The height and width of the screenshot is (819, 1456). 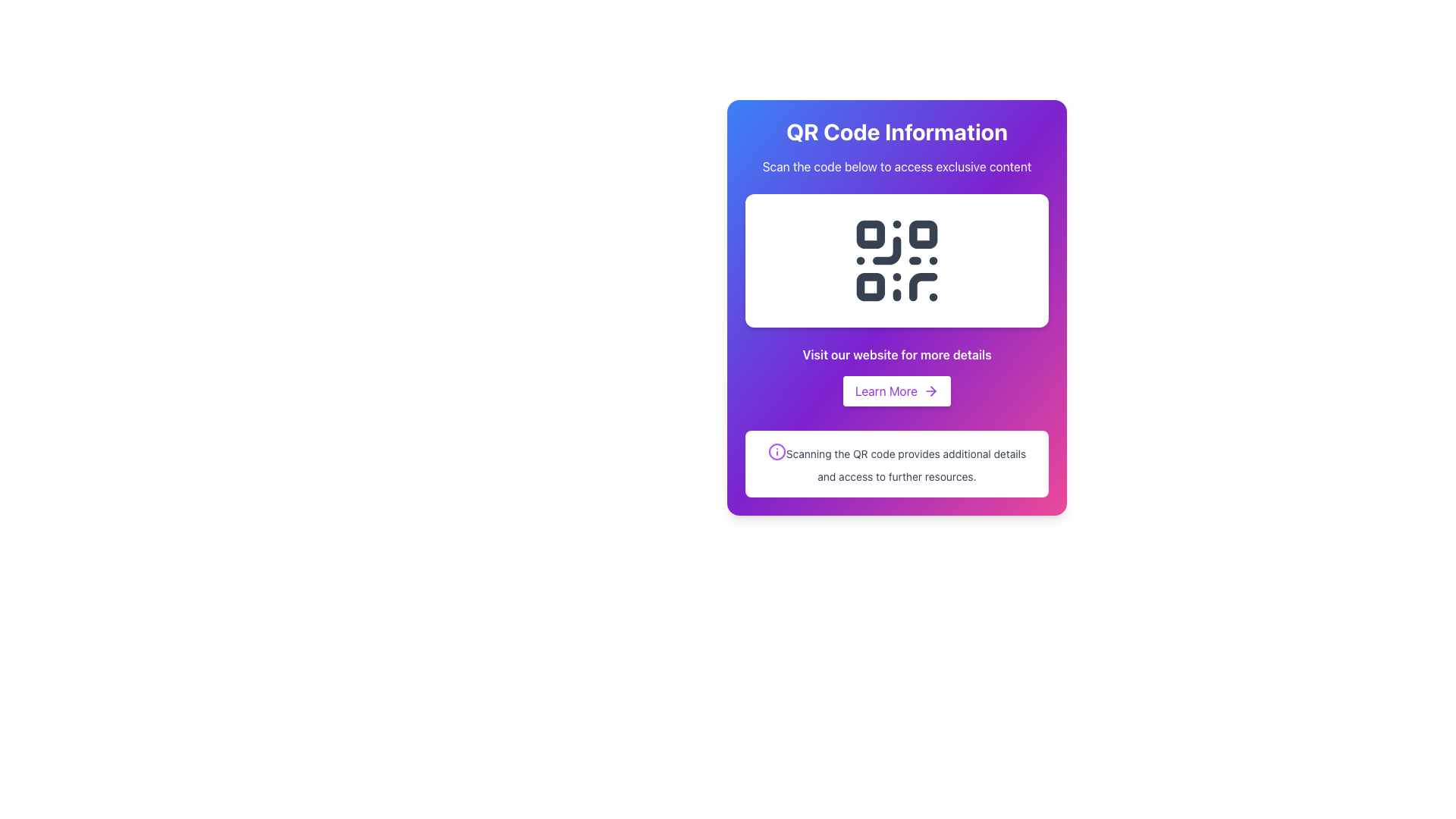 What do you see at coordinates (896, 463) in the screenshot?
I see `description from the Notification box located directly below the 'Learn More' button, which provides additional textual information about the QR code` at bounding box center [896, 463].